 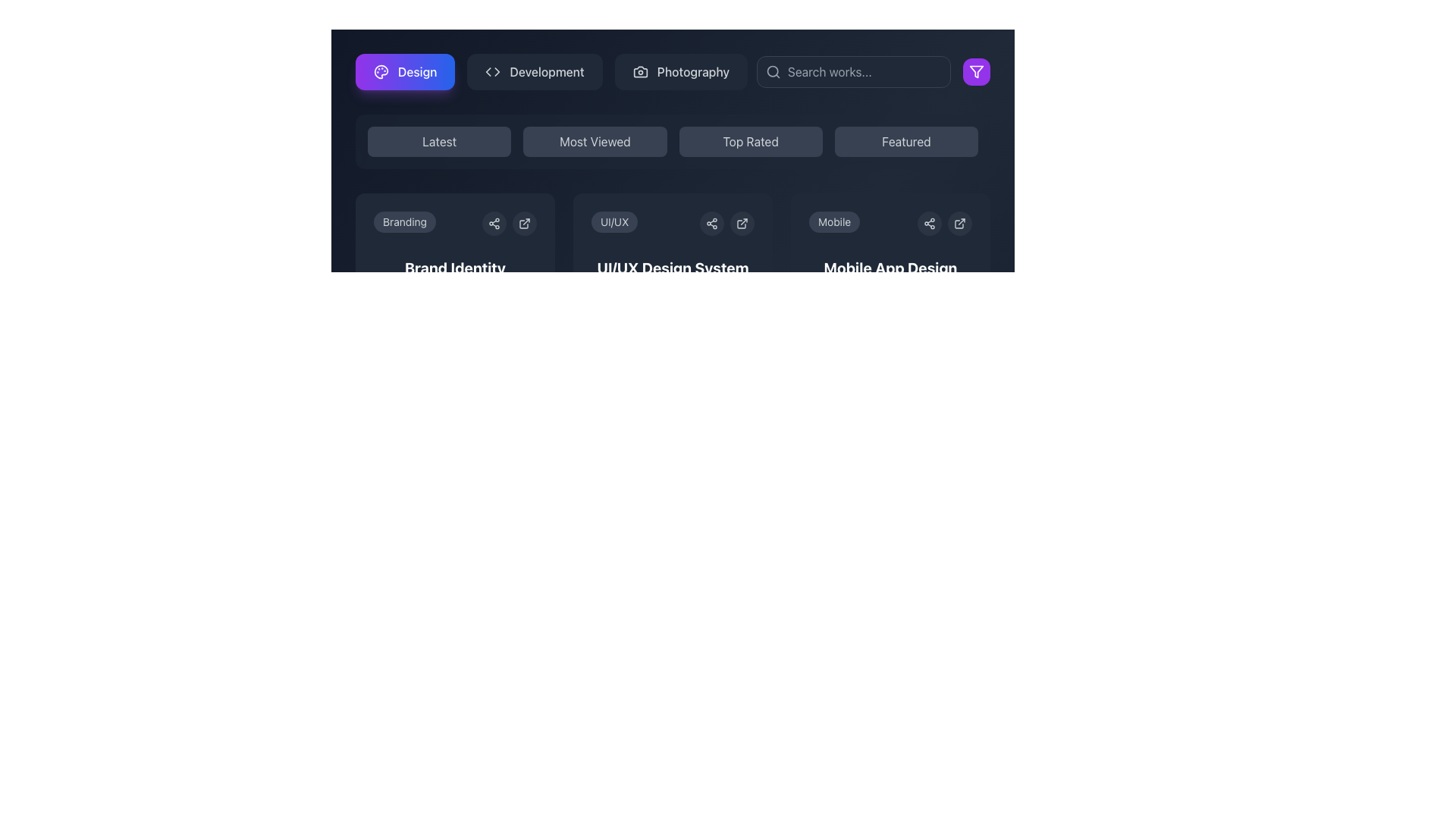 I want to click on the leftmost circular button with a dark gray background and a lighter gray network icon, so click(x=494, y=223).